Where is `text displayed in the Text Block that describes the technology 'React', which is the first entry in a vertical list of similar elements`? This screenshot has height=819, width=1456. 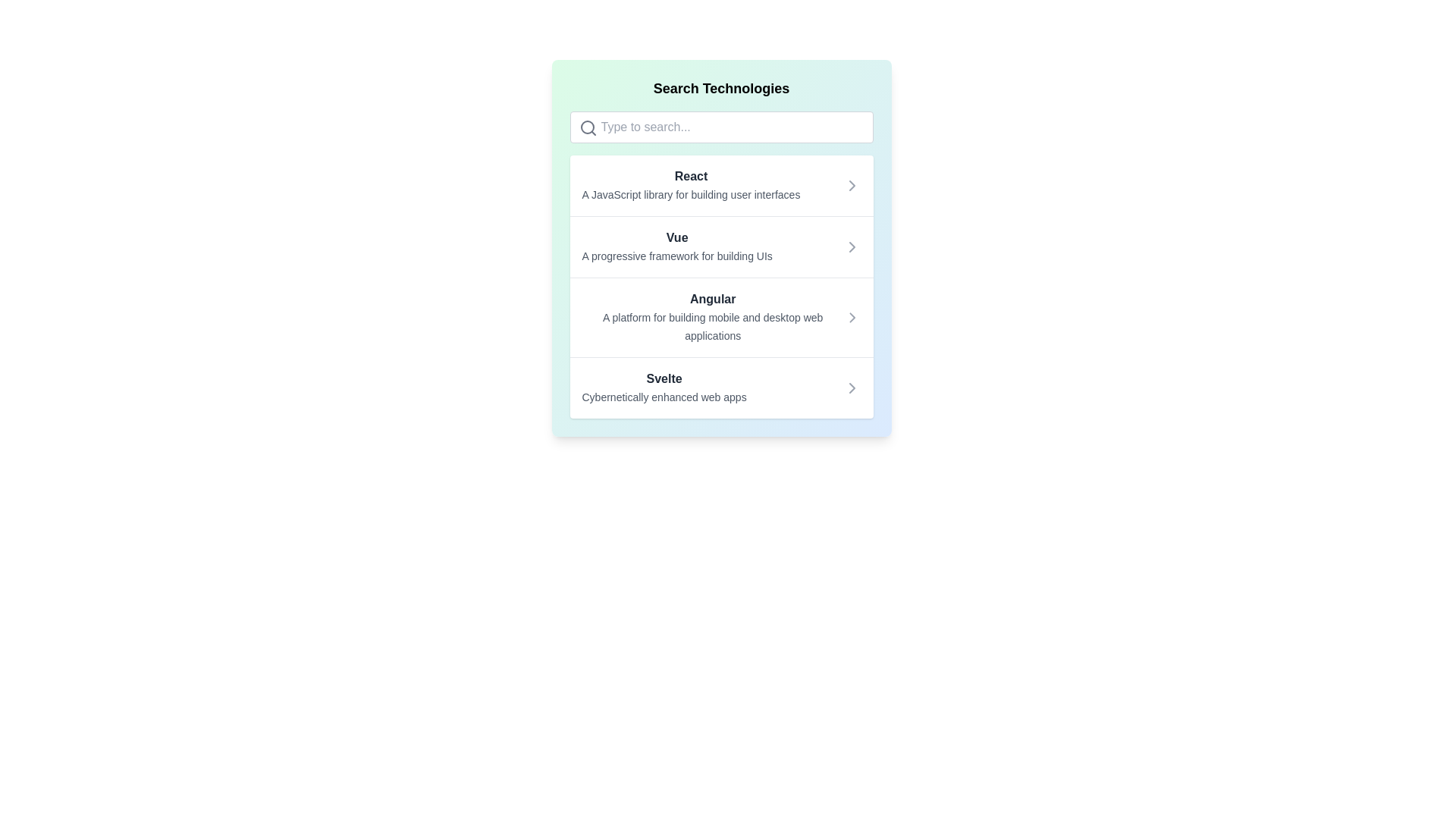 text displayed in the Text Block that describes the technology 'React', which is the first entry in a vertical list of similar elements is located at coordinates (690, 185).